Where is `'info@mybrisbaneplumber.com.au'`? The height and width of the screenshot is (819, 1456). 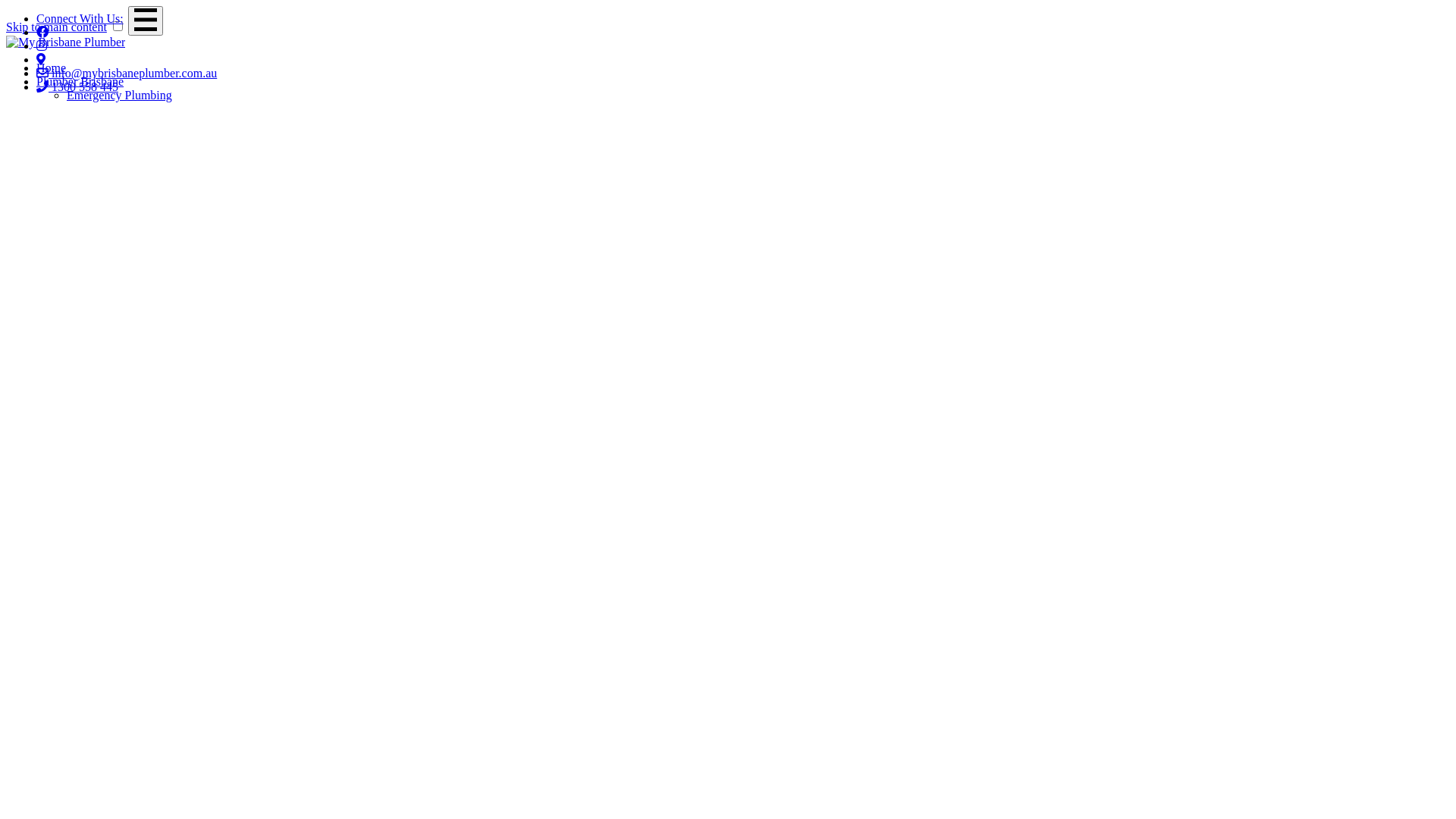
'info@mybrisbaneplumber.com.au' is located at coordinates (36, 73).